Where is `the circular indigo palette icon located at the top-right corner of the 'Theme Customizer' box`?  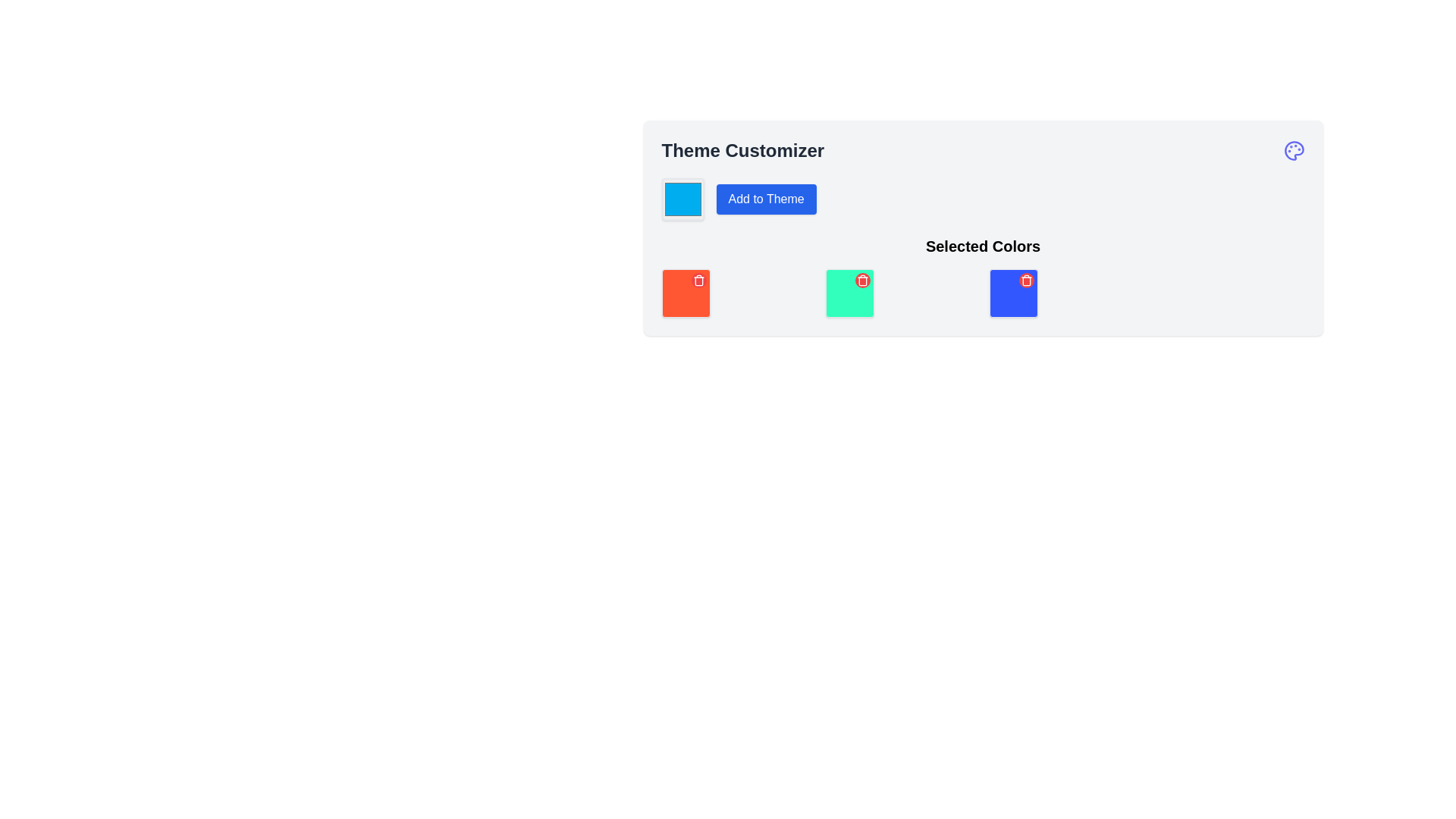
the circular indigo palette icon located at the top-right corner of the 'Theme Customizer' box is located at coordinates (1293, 151).